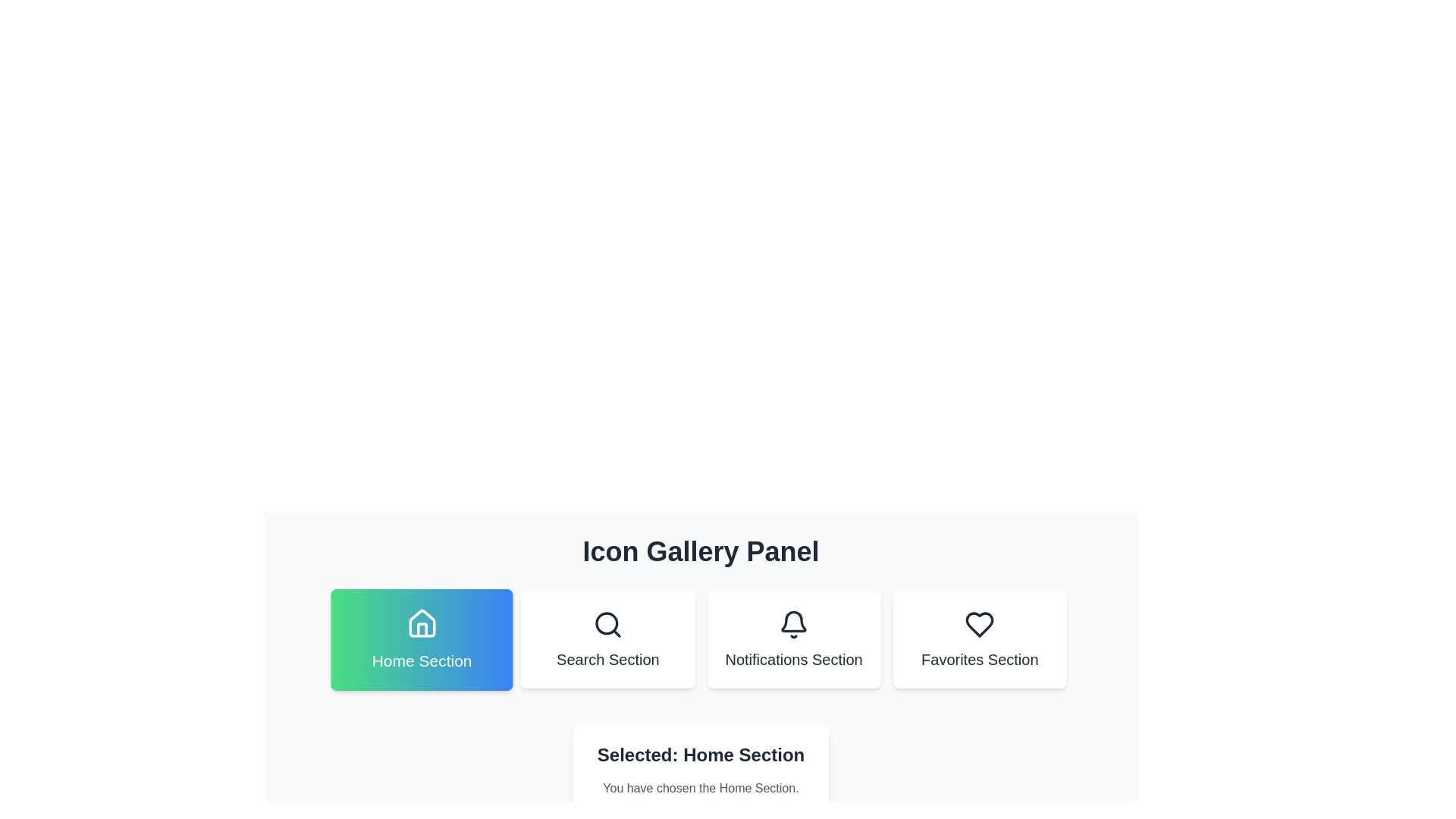  What do you see at coordinates (607, 625) in the screenshot?
I see `the magnifying glass icon located within the 'Search Section' button` at bounding box center [607, 625].